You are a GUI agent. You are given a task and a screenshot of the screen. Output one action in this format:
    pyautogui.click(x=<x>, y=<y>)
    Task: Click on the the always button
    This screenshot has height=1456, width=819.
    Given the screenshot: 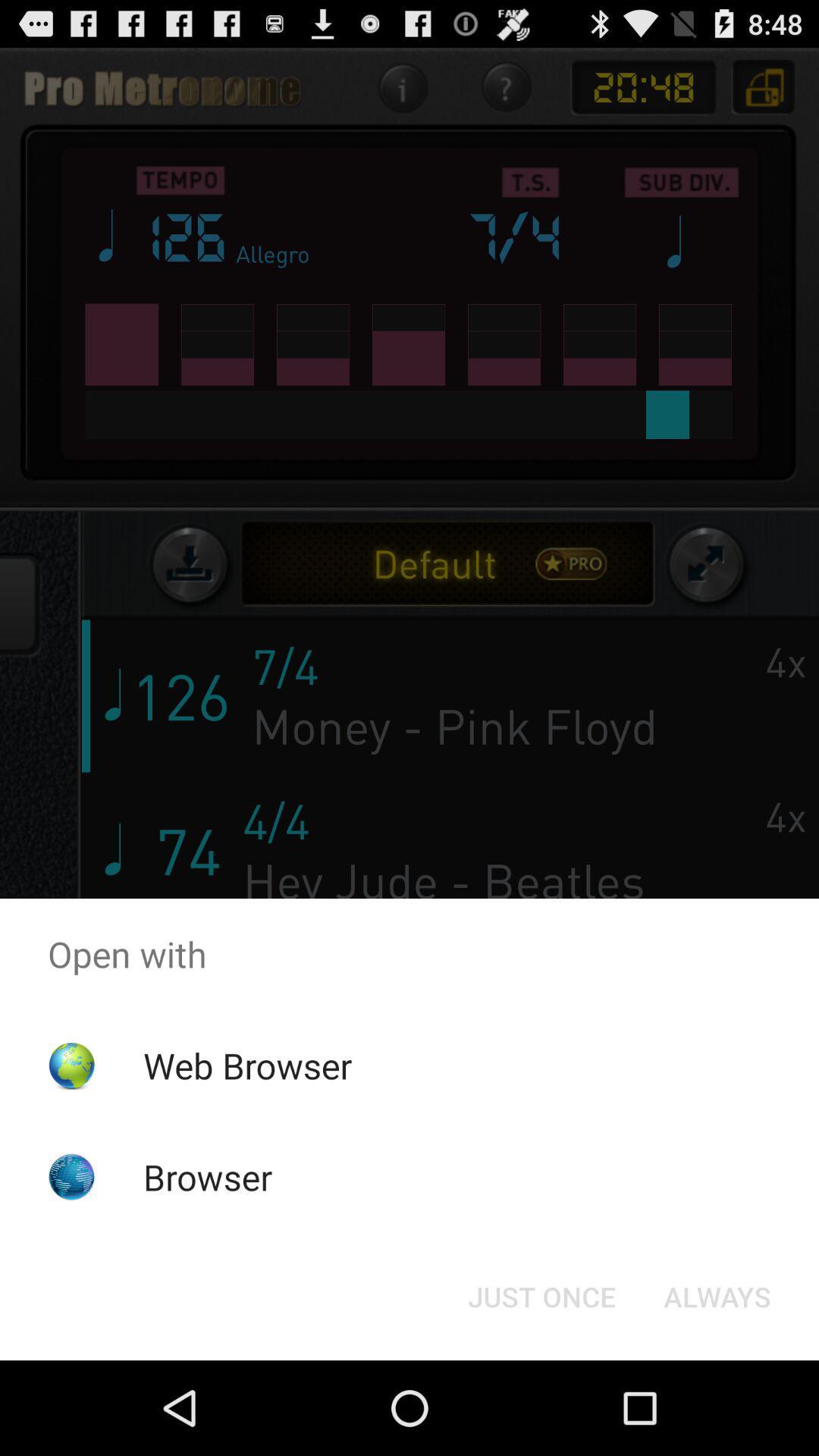 What is the action you would take?
    pyautogui.click(x=717, y=1295)
    